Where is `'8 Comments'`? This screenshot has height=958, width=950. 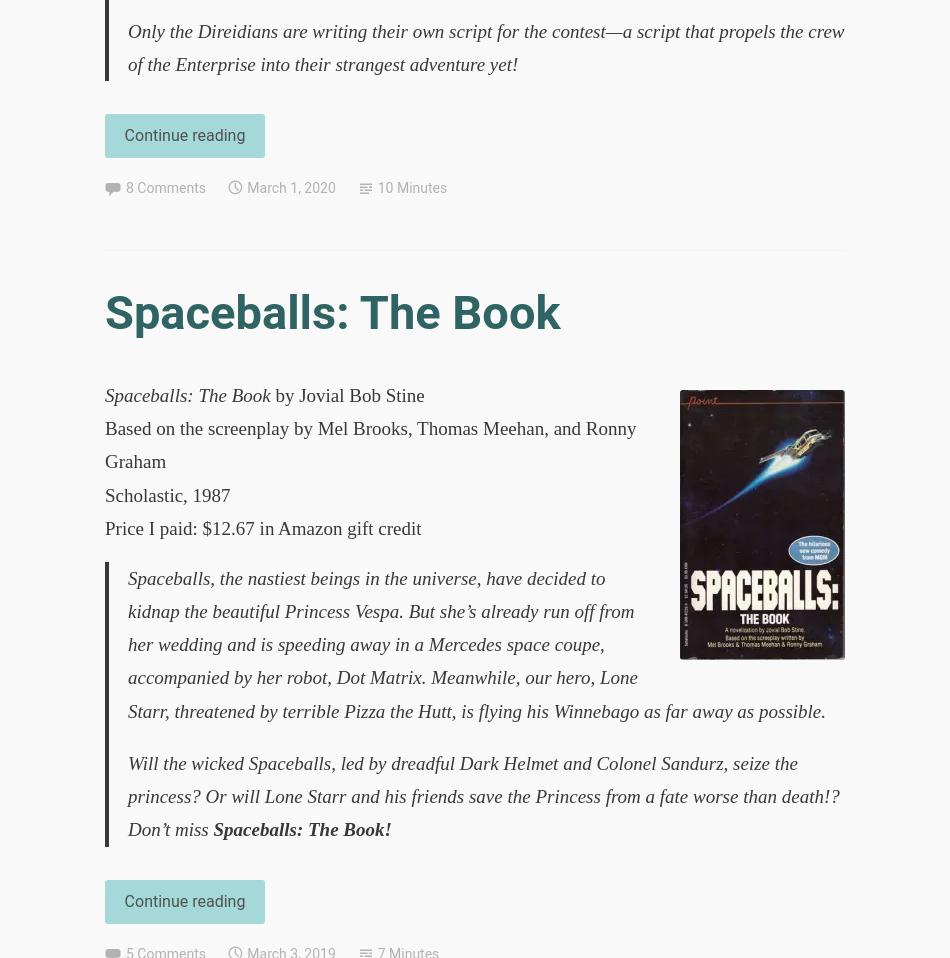
'8 Comments' is located at coordinates (165, 186).